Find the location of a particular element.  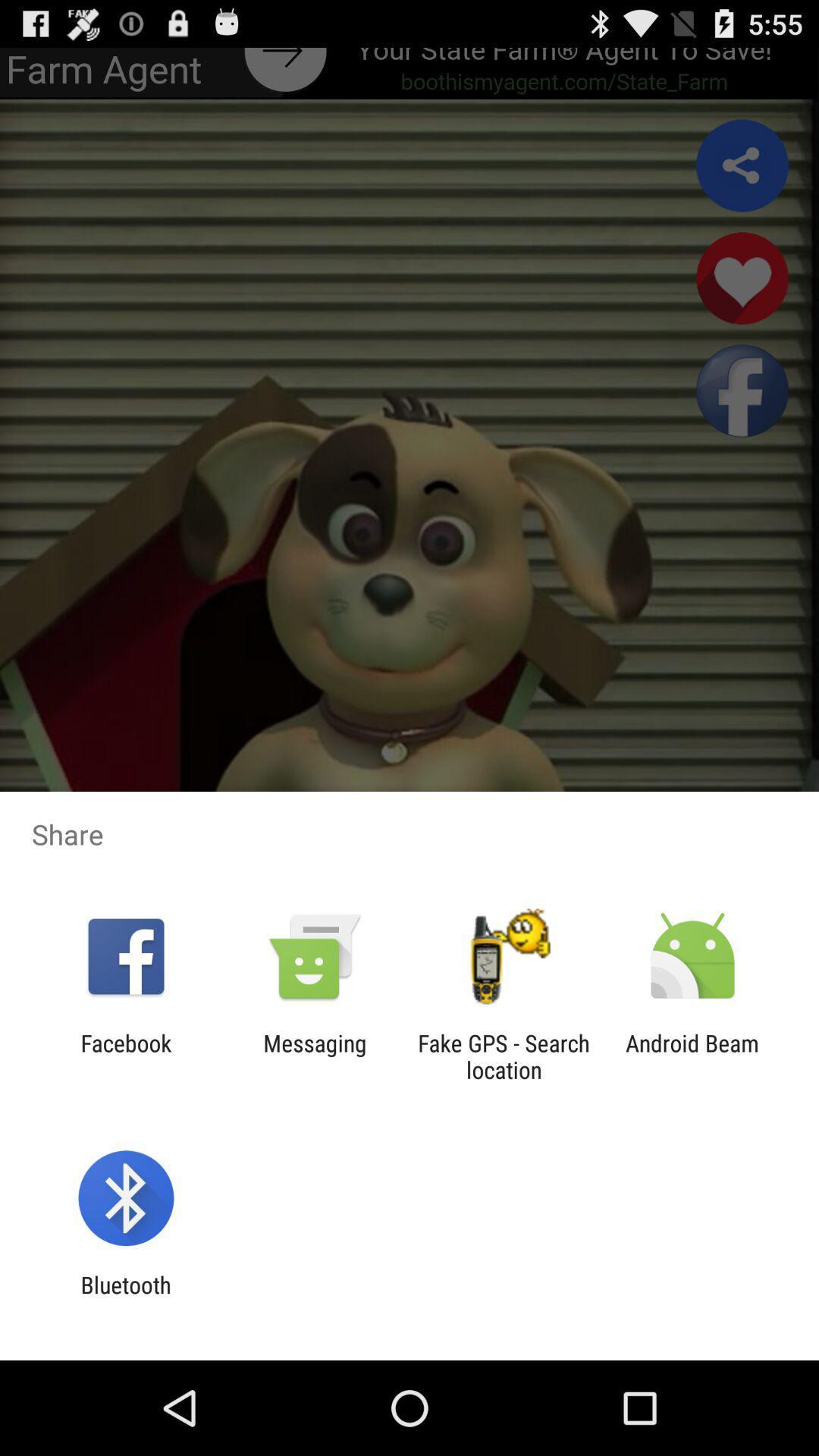

fake gps search is located at coordinates (504, 1056).